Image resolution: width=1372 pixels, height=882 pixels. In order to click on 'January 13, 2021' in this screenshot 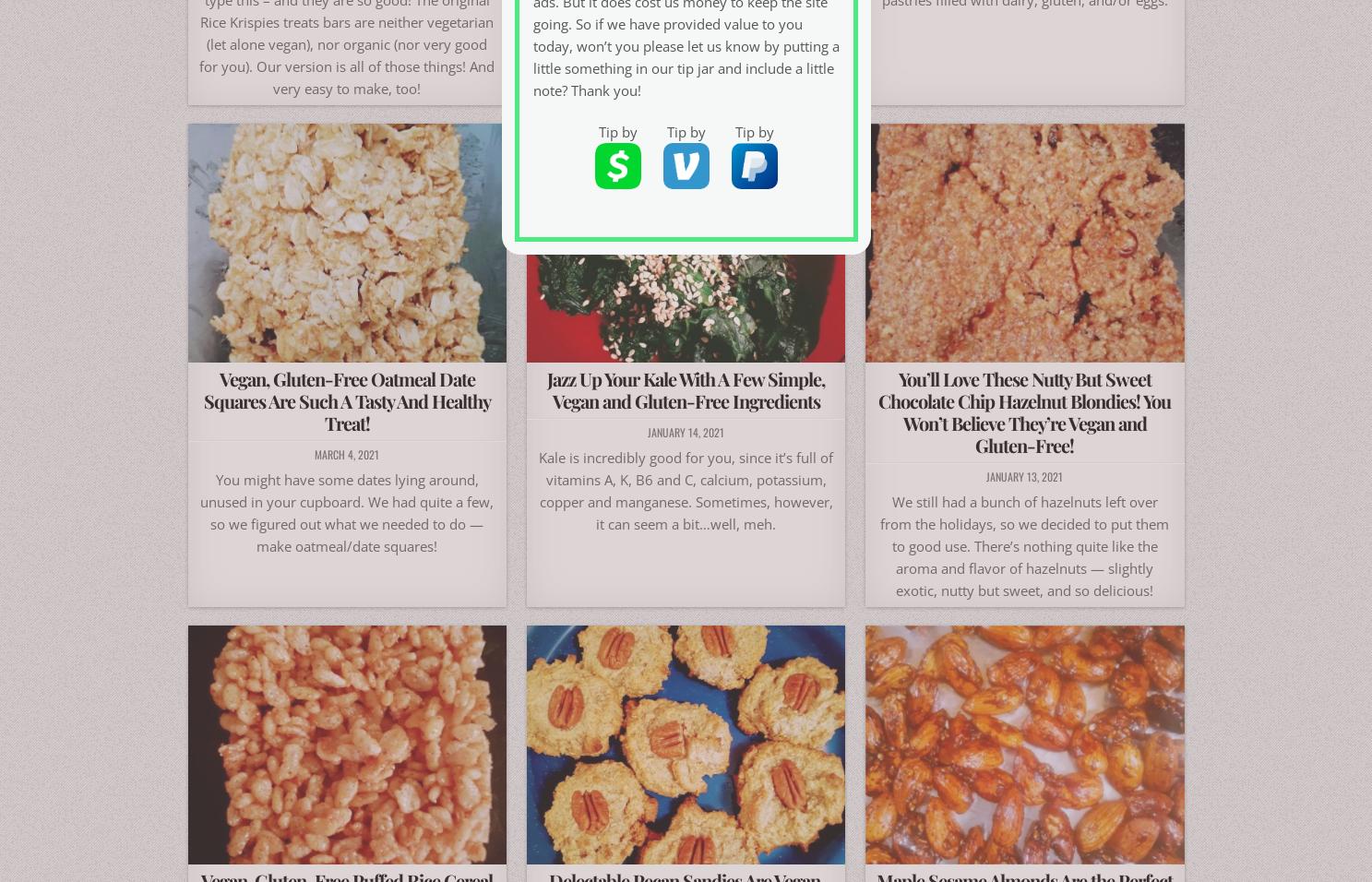, I will do `click(1023, 474)`.